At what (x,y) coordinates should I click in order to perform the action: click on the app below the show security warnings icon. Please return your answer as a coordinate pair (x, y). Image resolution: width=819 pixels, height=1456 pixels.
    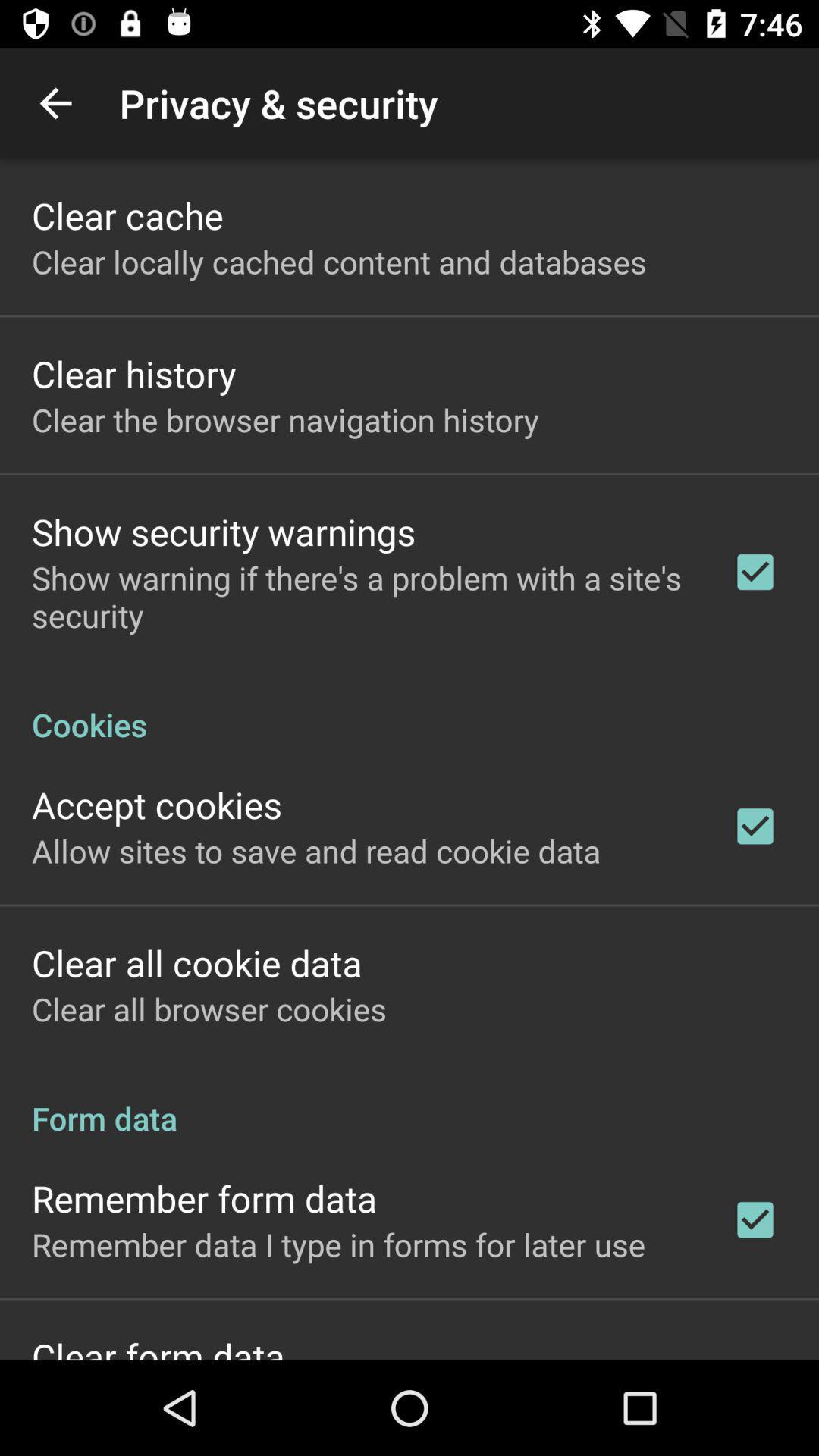
    Looking at the image, I should click on (362, 595).